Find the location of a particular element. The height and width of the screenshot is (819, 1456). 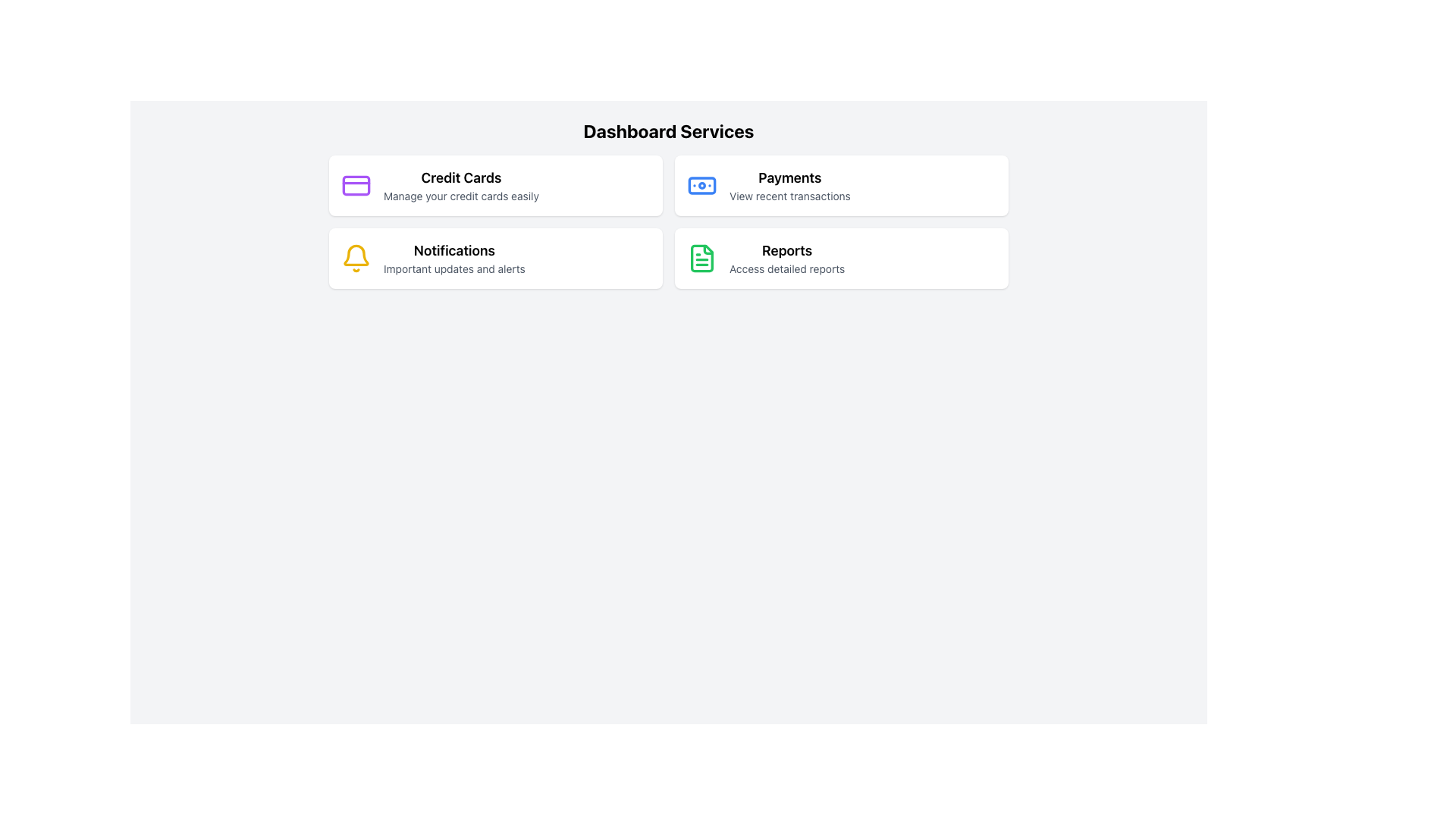

the static text element reading 'Access detailed reports', which is styled with a small gray font and located immediately below the title 'Reports' is located at coordinates (787, 268).